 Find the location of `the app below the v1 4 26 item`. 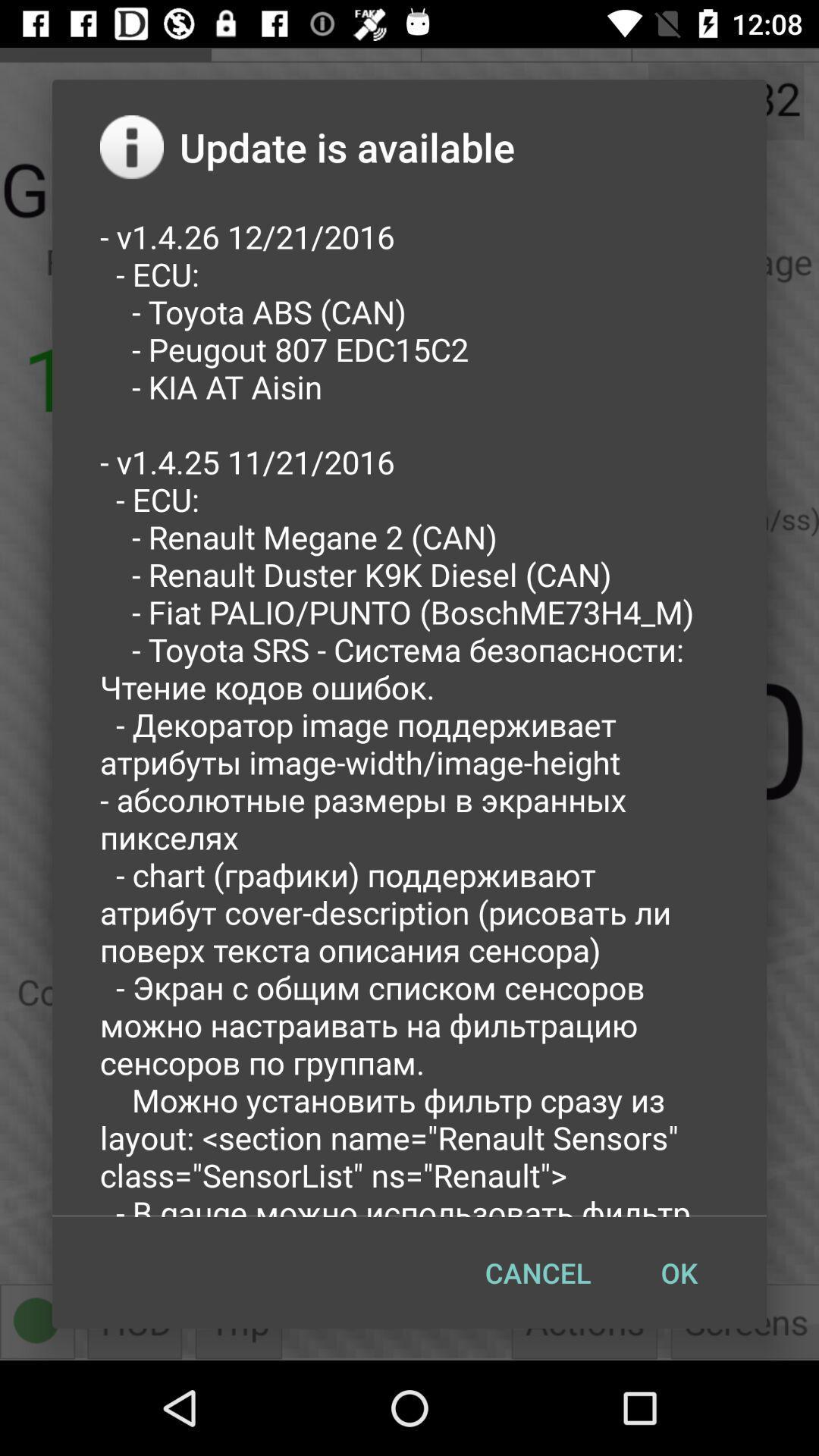

the app below the v1 4 26 item is located at coordinates (537, 1272).